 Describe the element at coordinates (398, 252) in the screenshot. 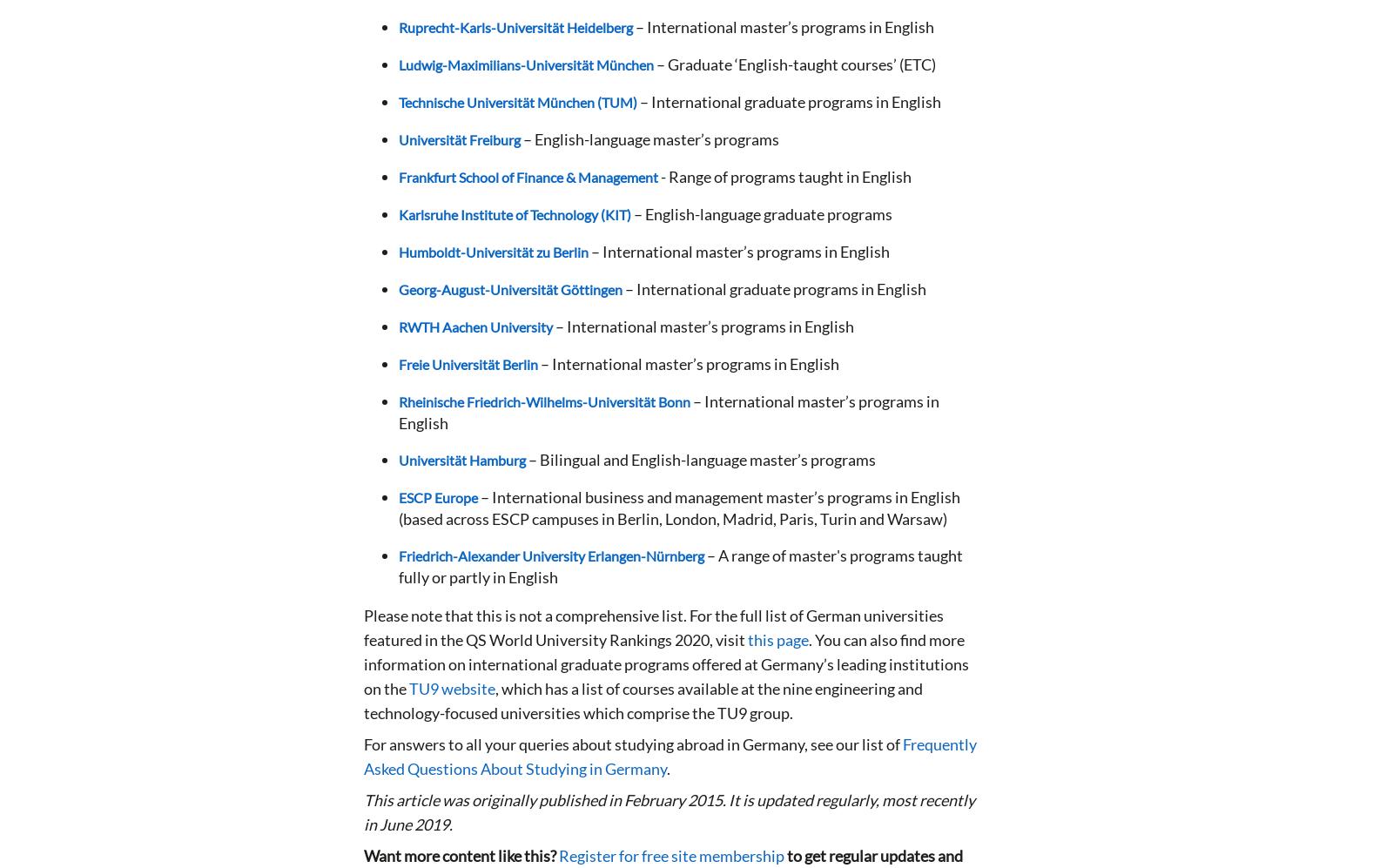

I see `'Humboldt-Universität zu Berlin'` at that location.